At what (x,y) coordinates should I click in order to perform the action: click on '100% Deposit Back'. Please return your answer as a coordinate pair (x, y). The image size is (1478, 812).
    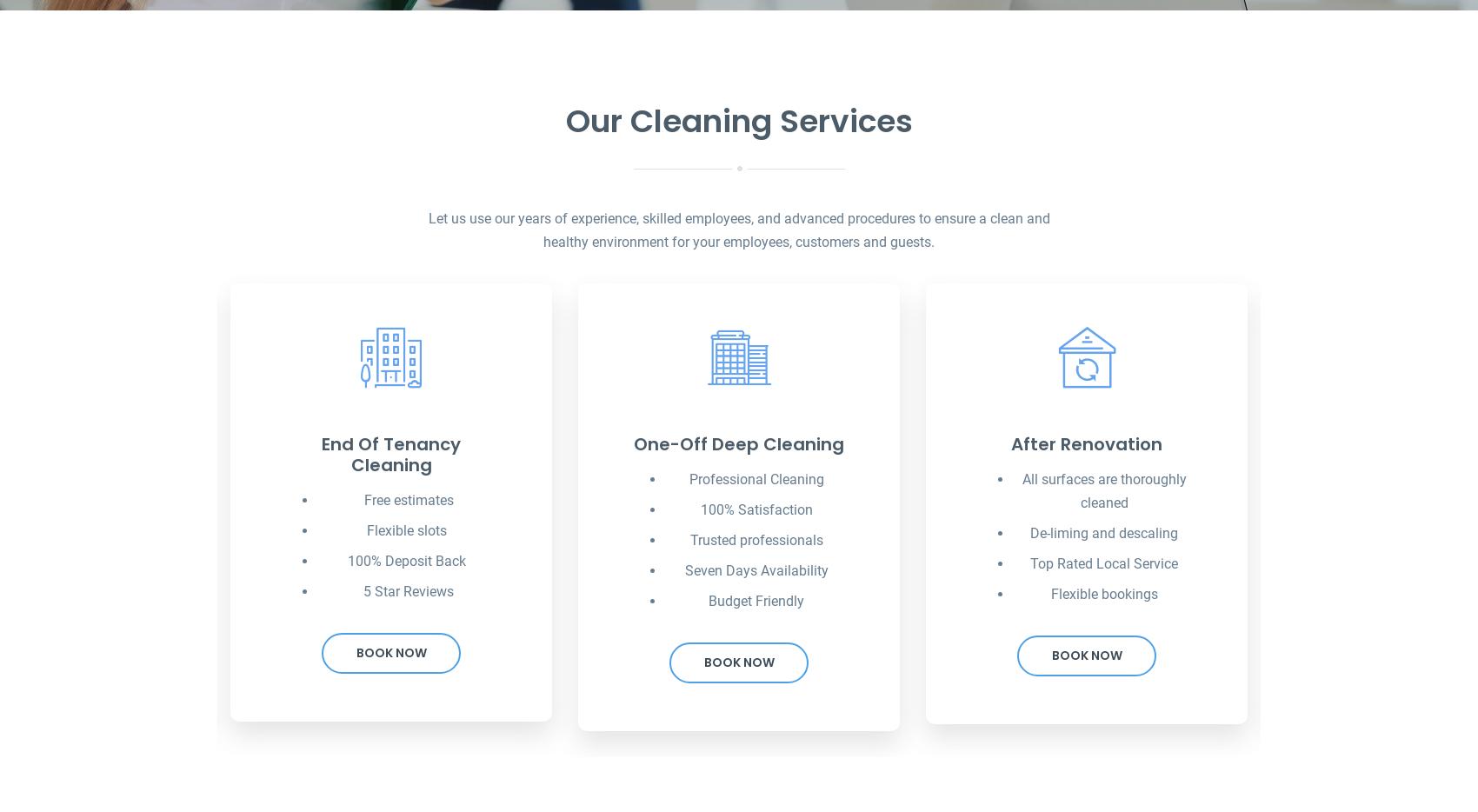
    Looking at the image, I should click on (347, 561).